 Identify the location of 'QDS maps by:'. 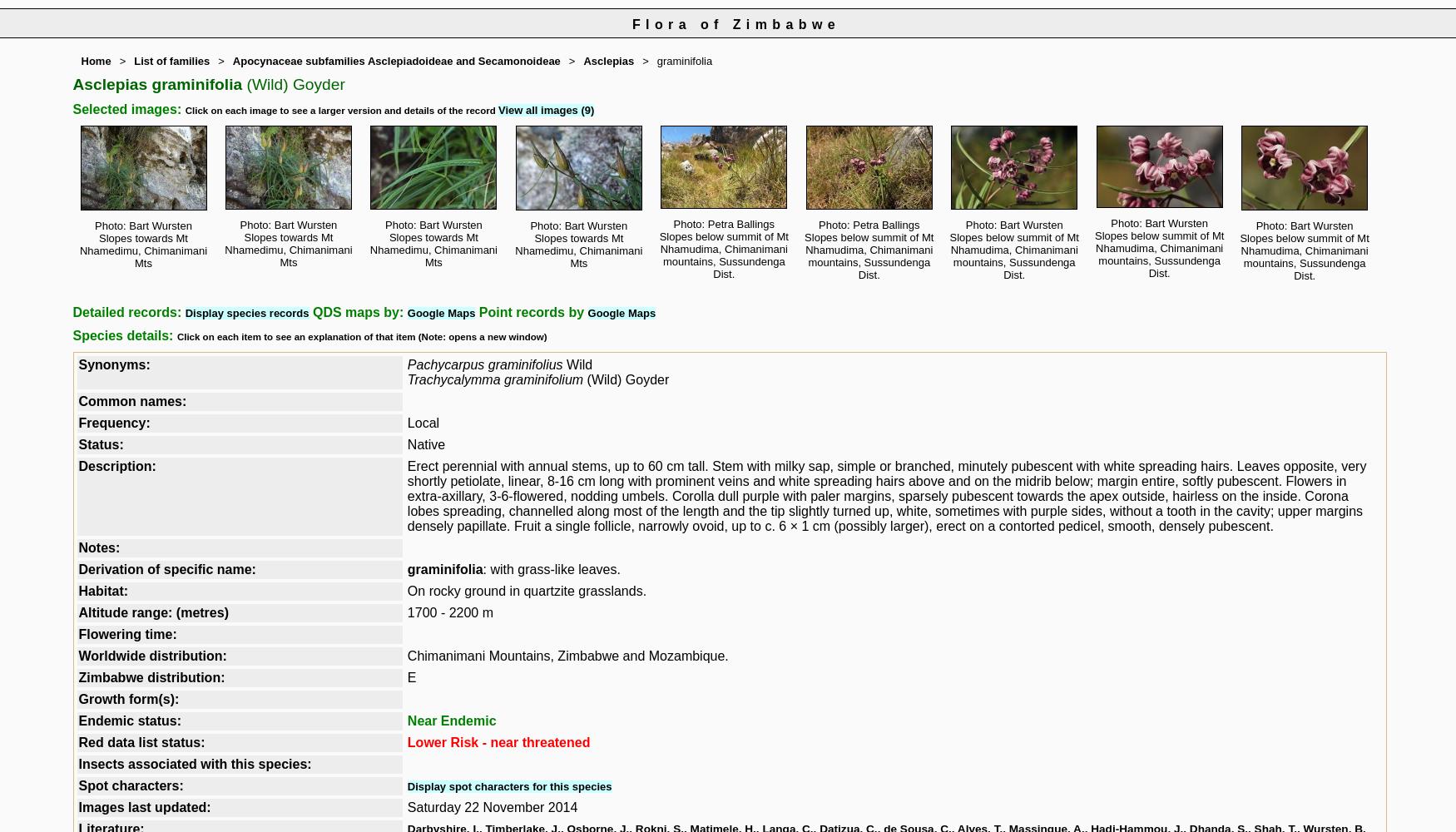
(356, 312).